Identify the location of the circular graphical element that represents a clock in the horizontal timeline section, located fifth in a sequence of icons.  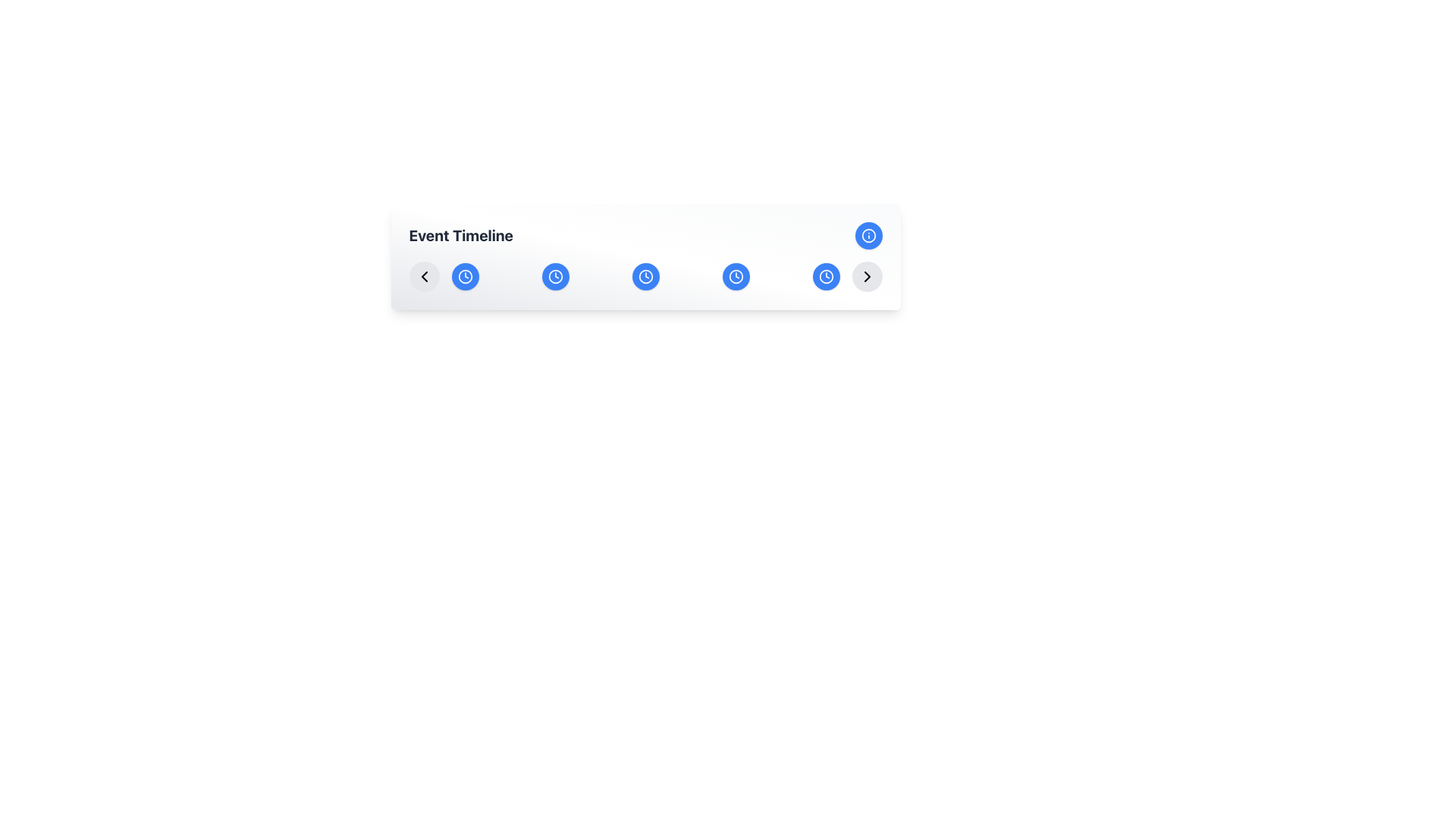
(736, 277).